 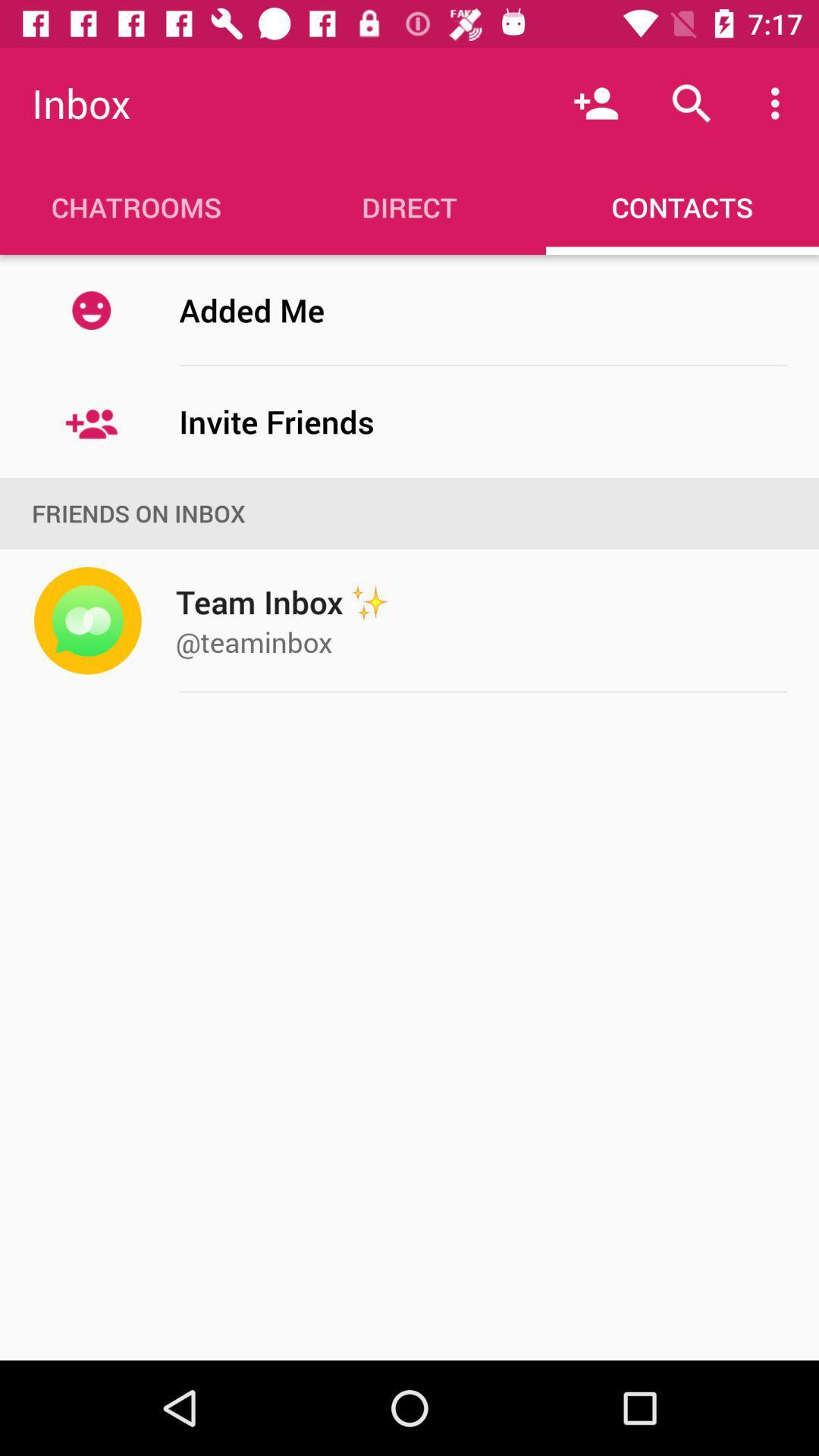 I want to click on the last button in the menu bar, so click(x=681, y=206).